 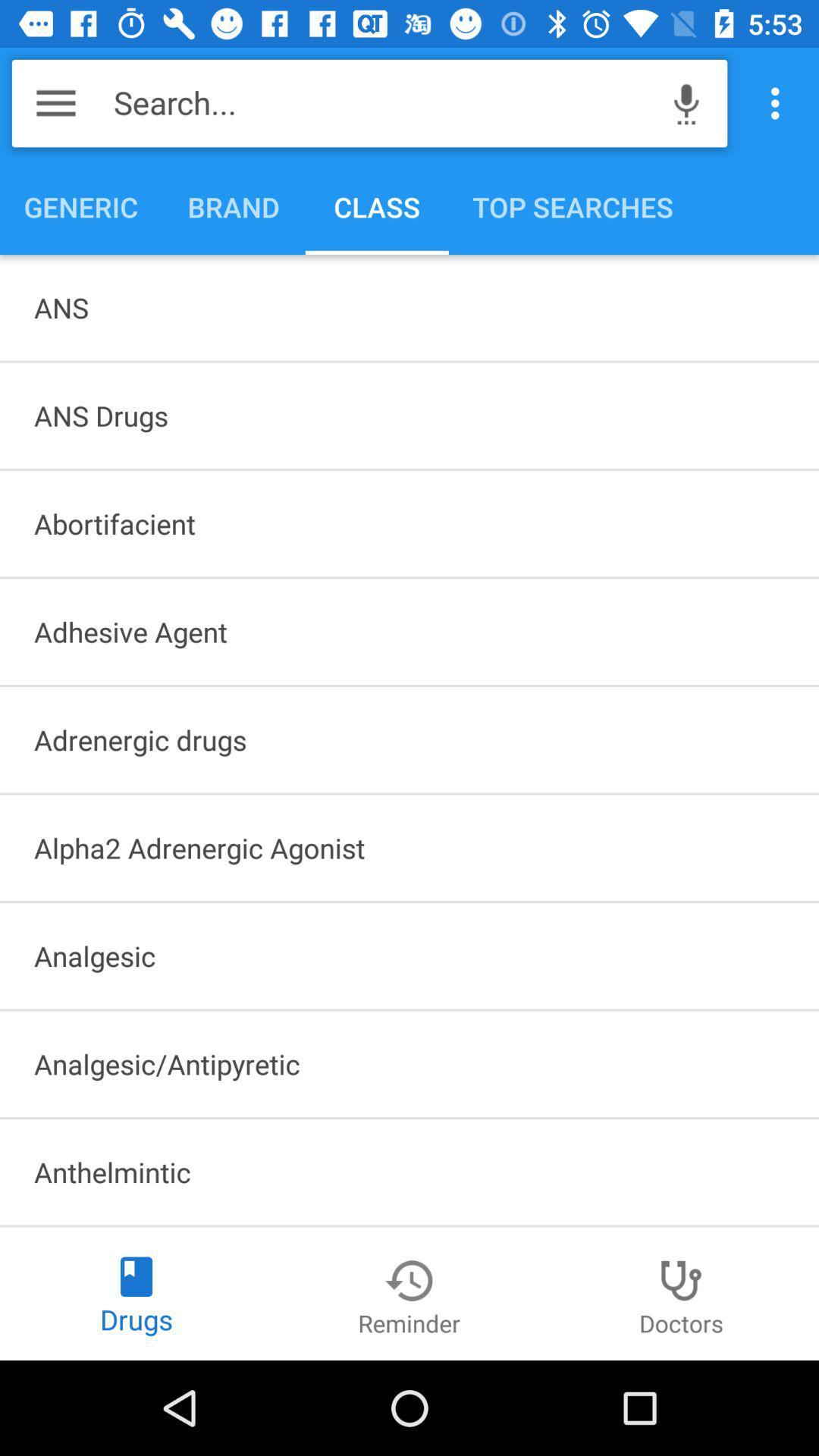 What do you see at coordinates (409, 1063) in the screenshot?
I see `the analgesic/antipyretic icon` at bounding box center [409, 1063].